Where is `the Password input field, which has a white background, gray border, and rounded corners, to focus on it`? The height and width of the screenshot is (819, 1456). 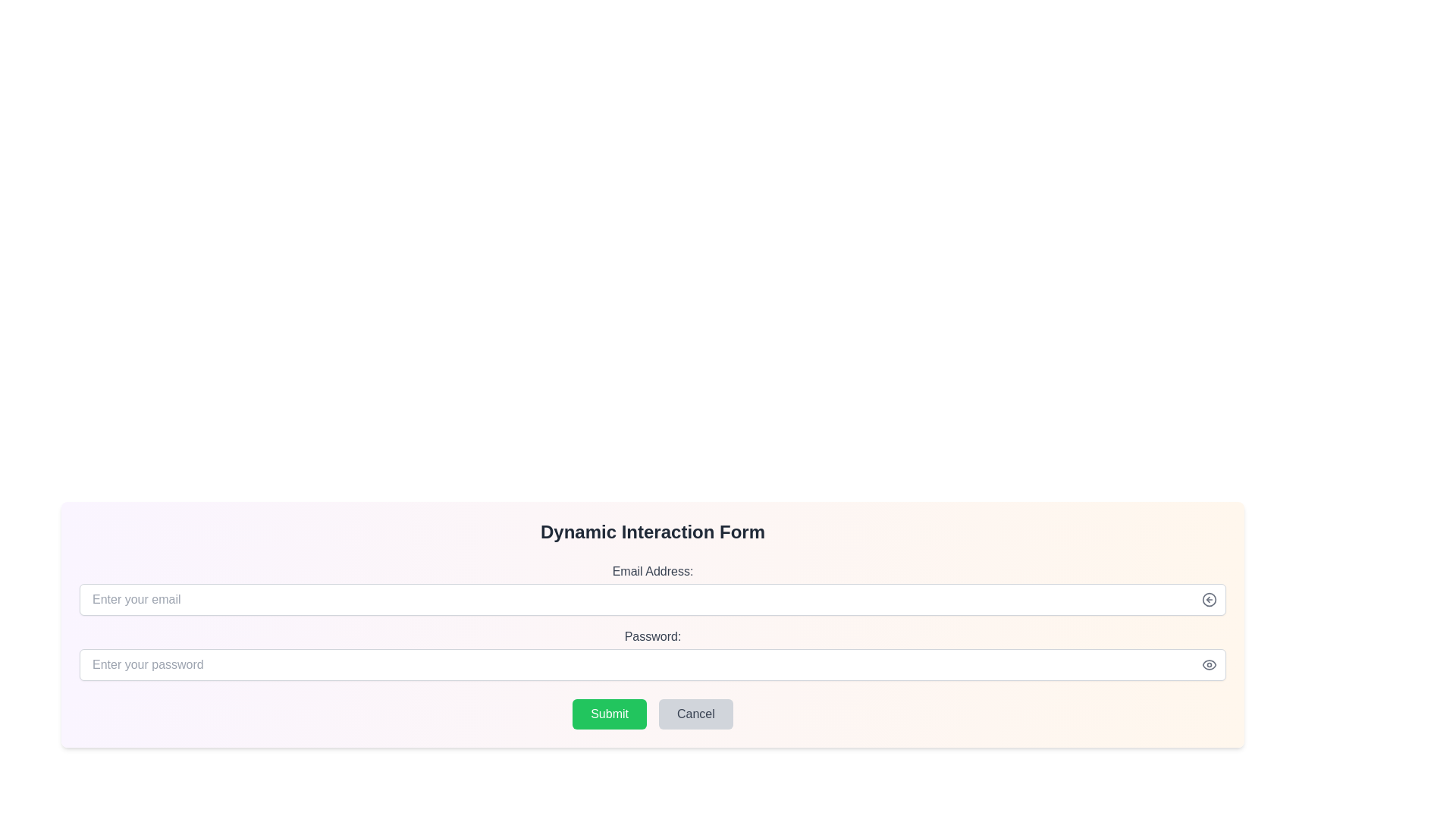
the Password input field, which has a white background, gray border, and rounded corners, to focus on it is located at coordinates (652, 664).